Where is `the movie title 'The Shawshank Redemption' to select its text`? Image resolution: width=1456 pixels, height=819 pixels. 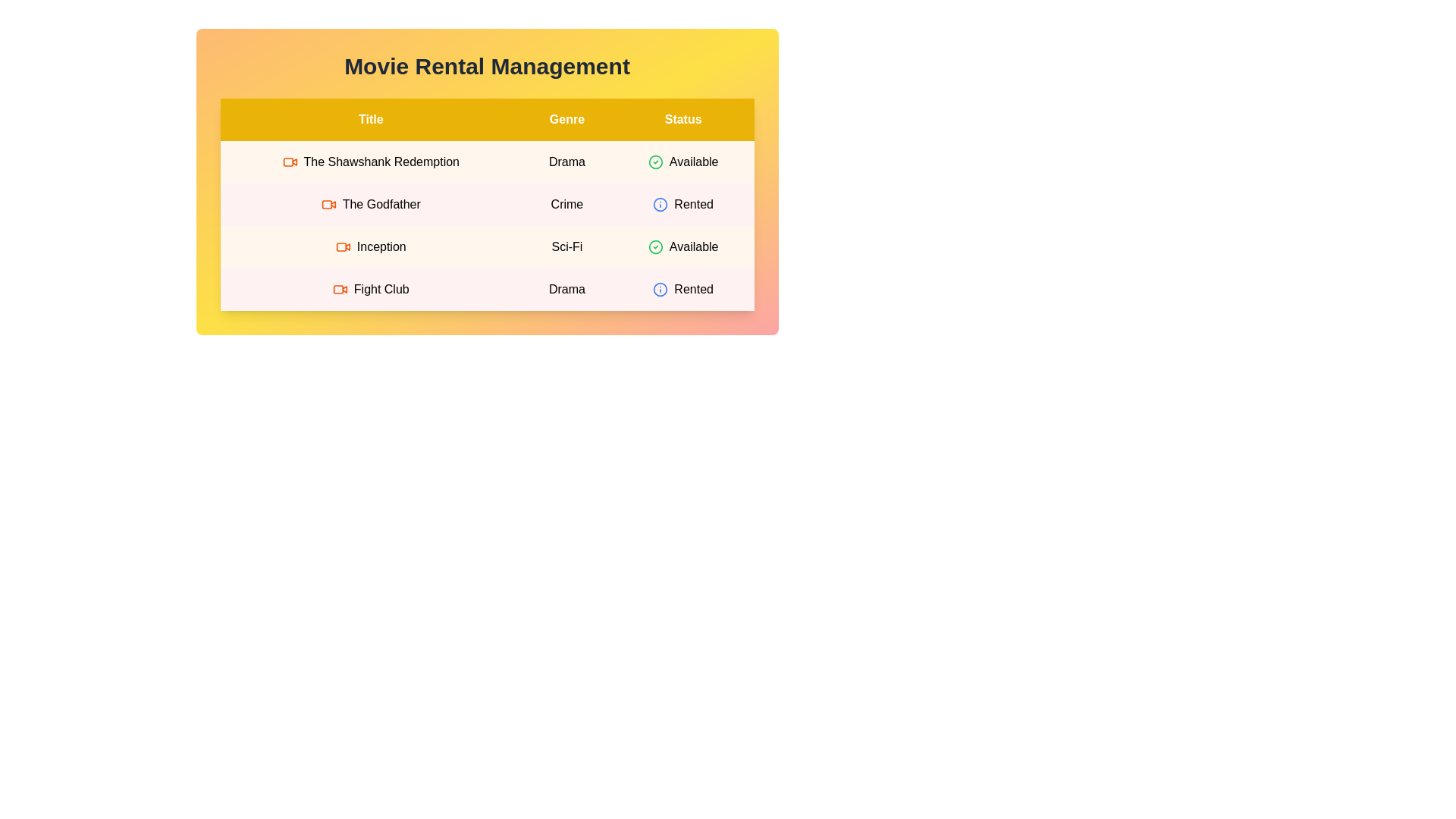
the movie title 'The Shawshank Redemption' to select its text is located at coordinates (371, 162).